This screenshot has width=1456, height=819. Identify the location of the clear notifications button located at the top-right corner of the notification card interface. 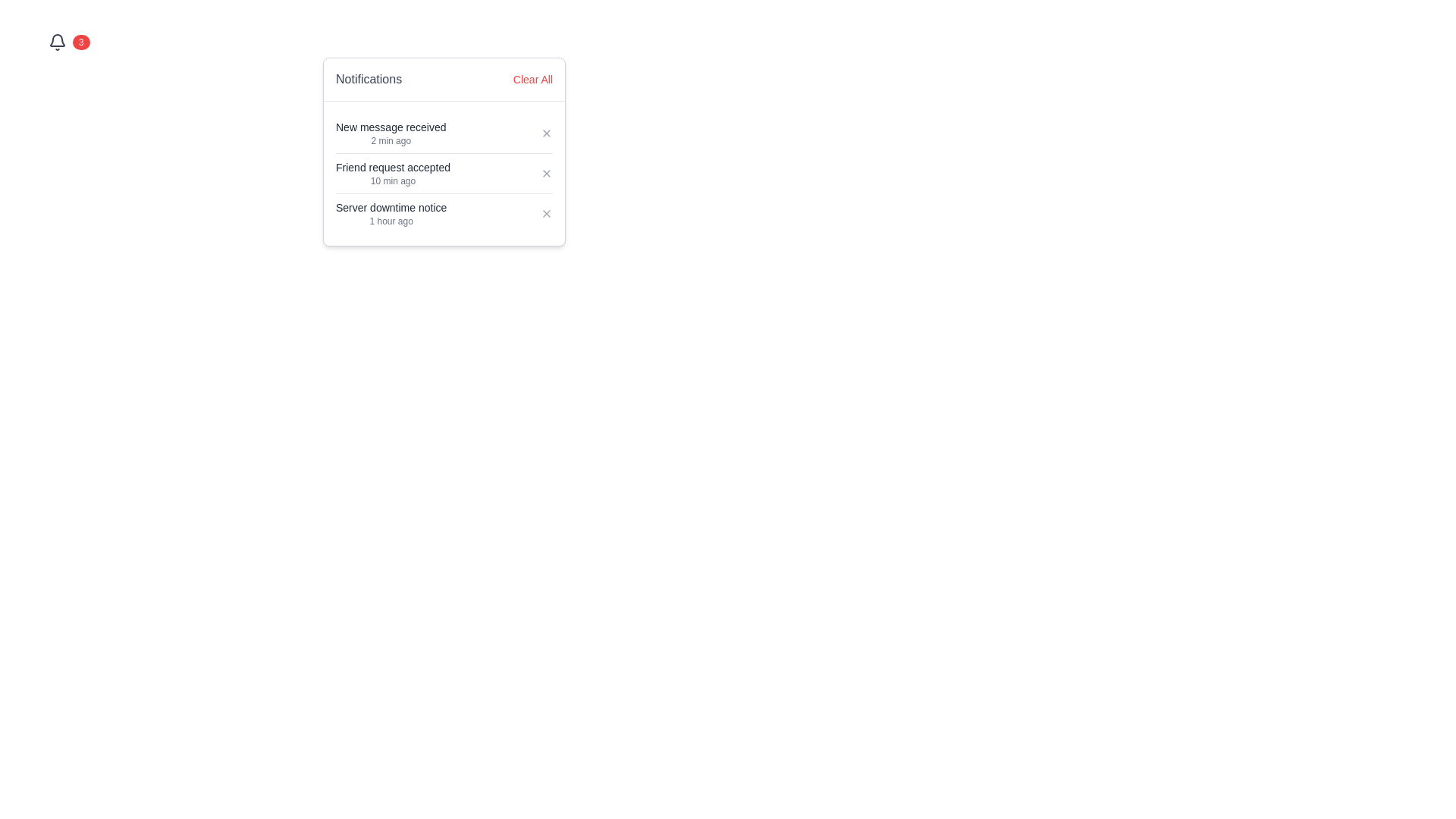
(532, 79).